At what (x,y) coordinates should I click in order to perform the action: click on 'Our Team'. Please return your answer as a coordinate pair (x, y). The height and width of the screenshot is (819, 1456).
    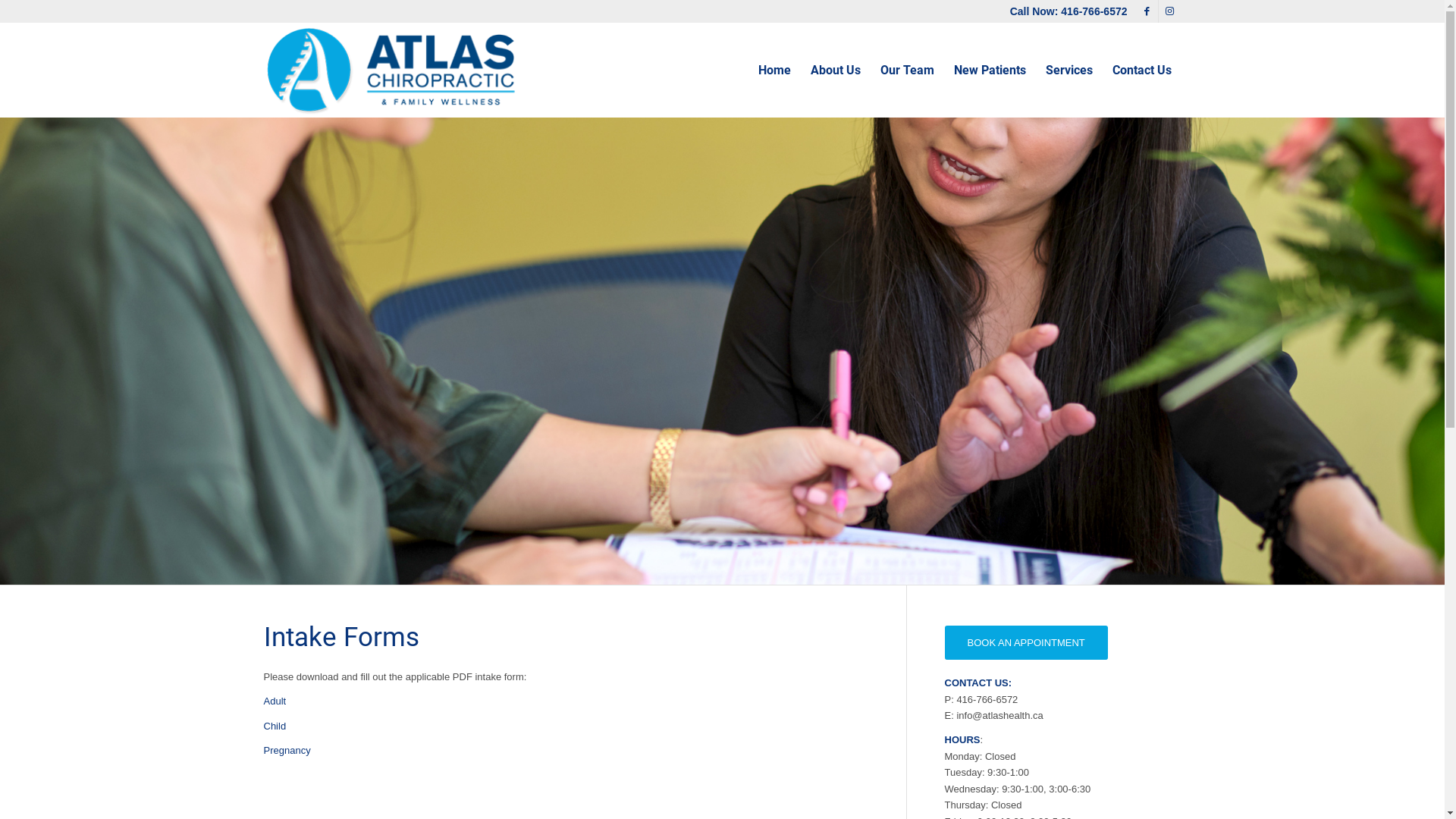
    Looking at the image, I should click on (907, 70).